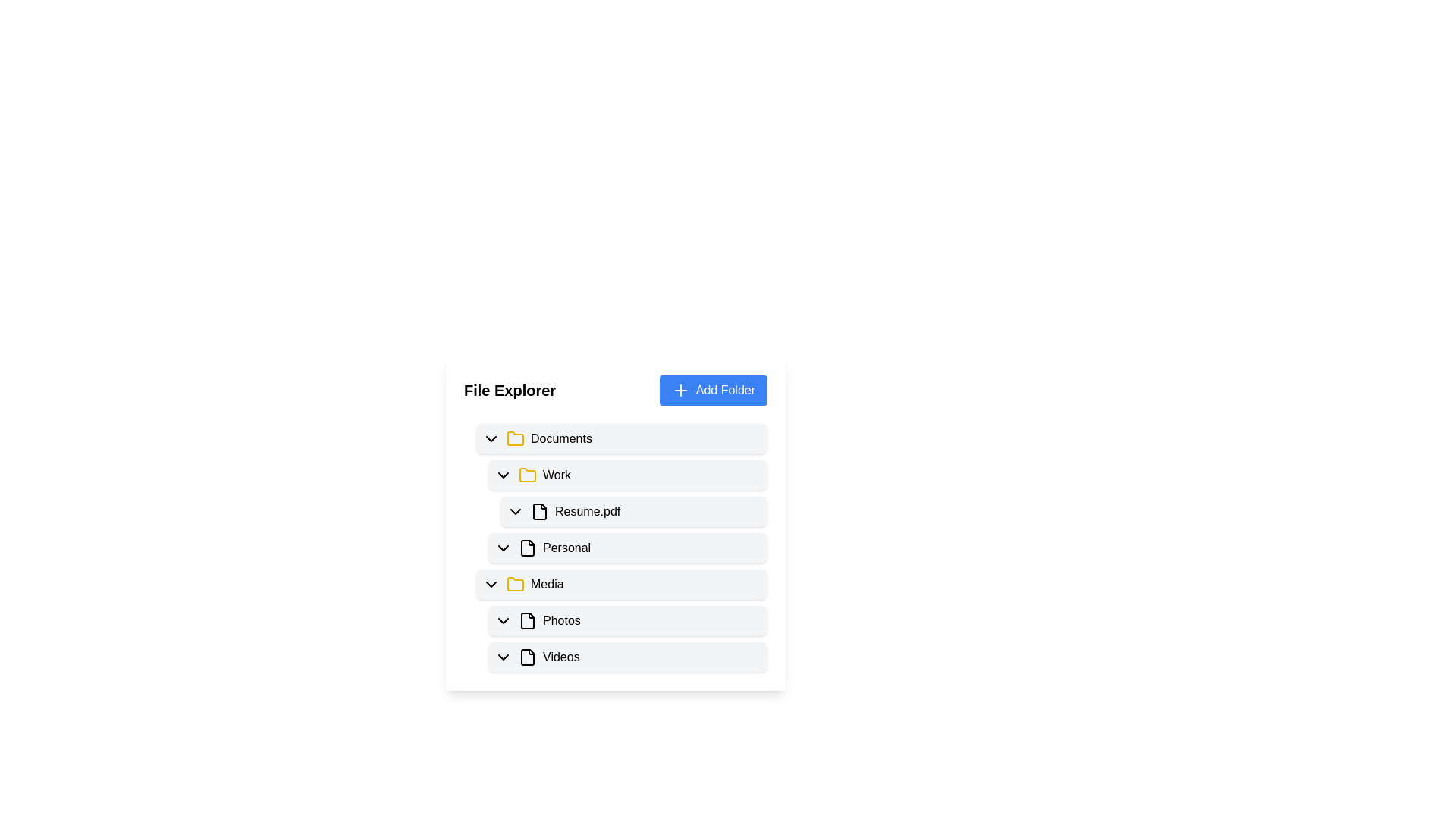 This screenshot has height=819, width=1456. I want to click on the 'Media' folder icon in the 'File Explorer' view, so click(516, 583).